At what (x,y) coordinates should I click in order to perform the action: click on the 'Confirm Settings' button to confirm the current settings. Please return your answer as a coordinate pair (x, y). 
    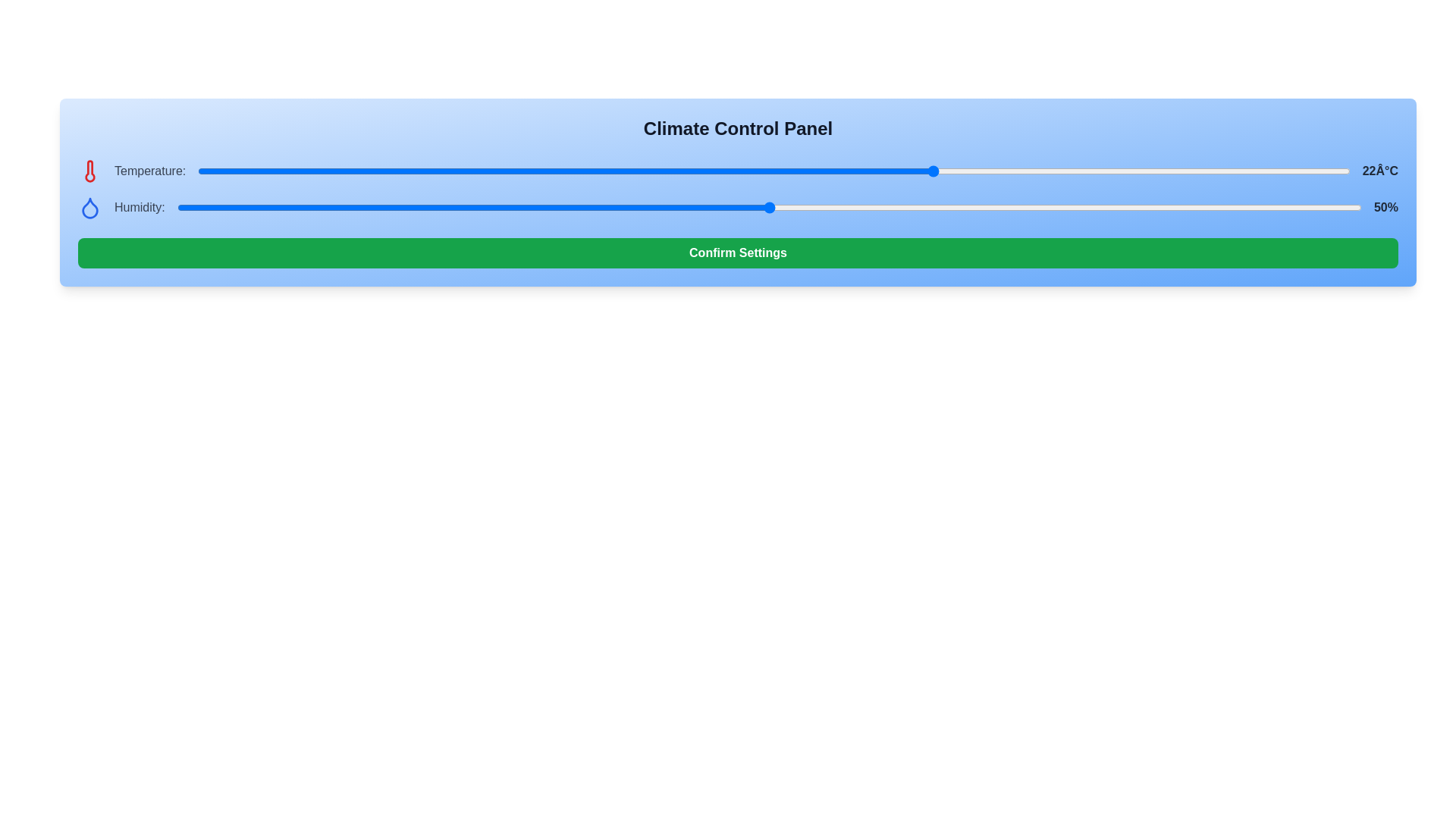
    Looking at the image, I should click on (738, 253).